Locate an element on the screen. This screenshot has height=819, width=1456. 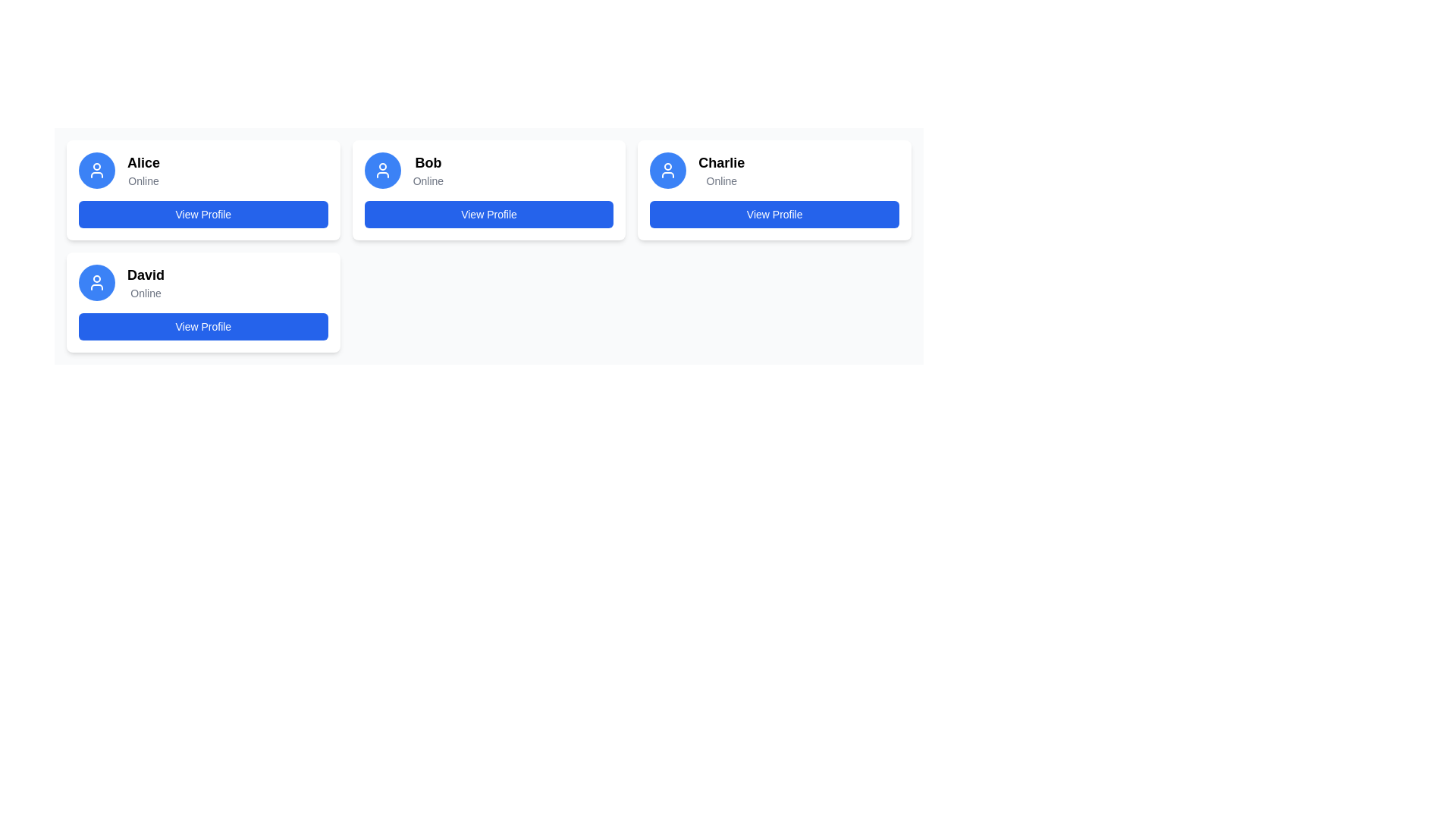
the circular blue button with a centered white user icon representing Charlie, which is the leftmost component in the card layout is located at coordinates (667, 170).